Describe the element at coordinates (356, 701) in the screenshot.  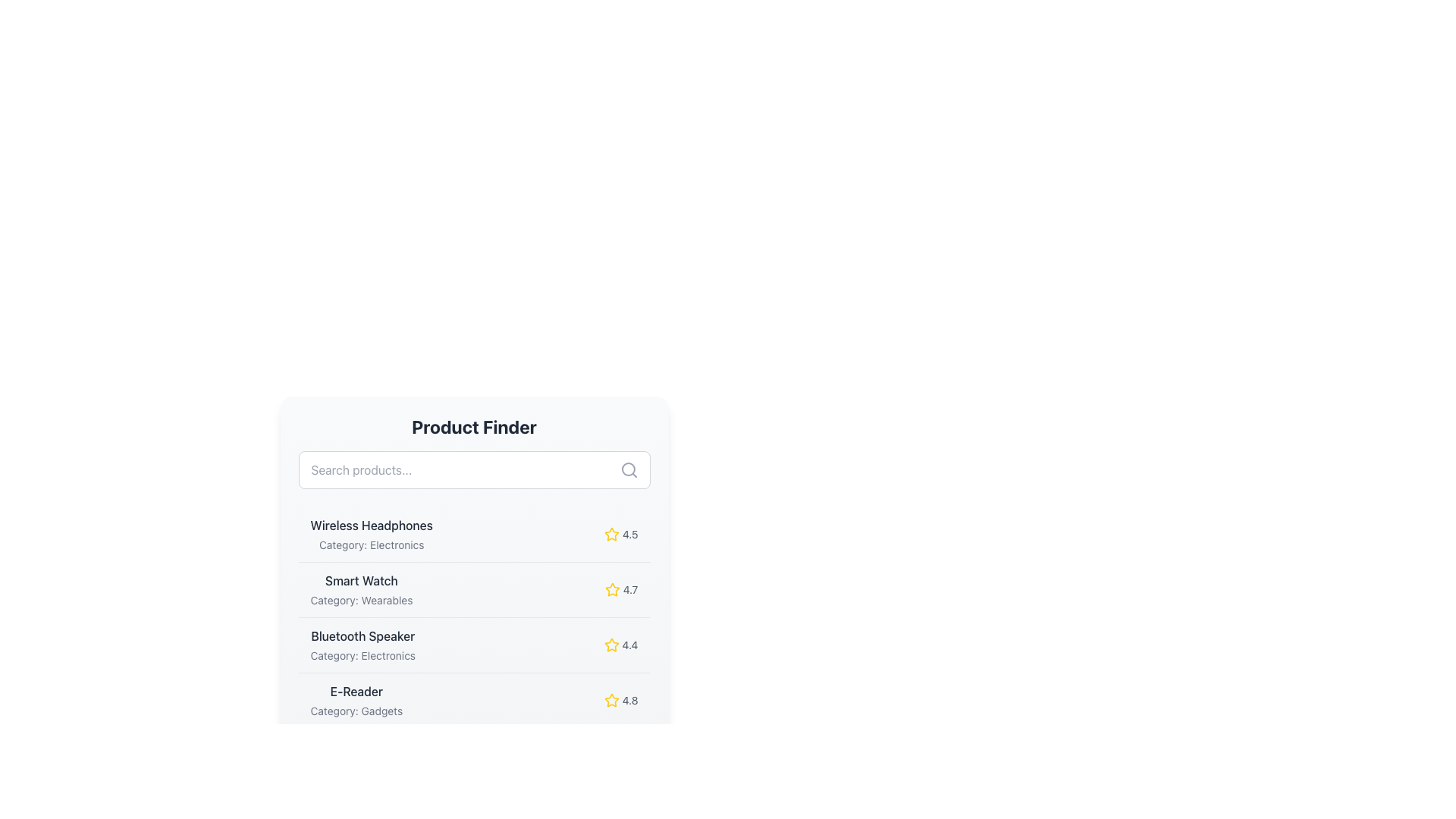
I see `text from the vertically stacked text block displaying 'E-Reader' and 'Category: Gadgets', identified as the fourth item in the list of similar product entries` at that location.